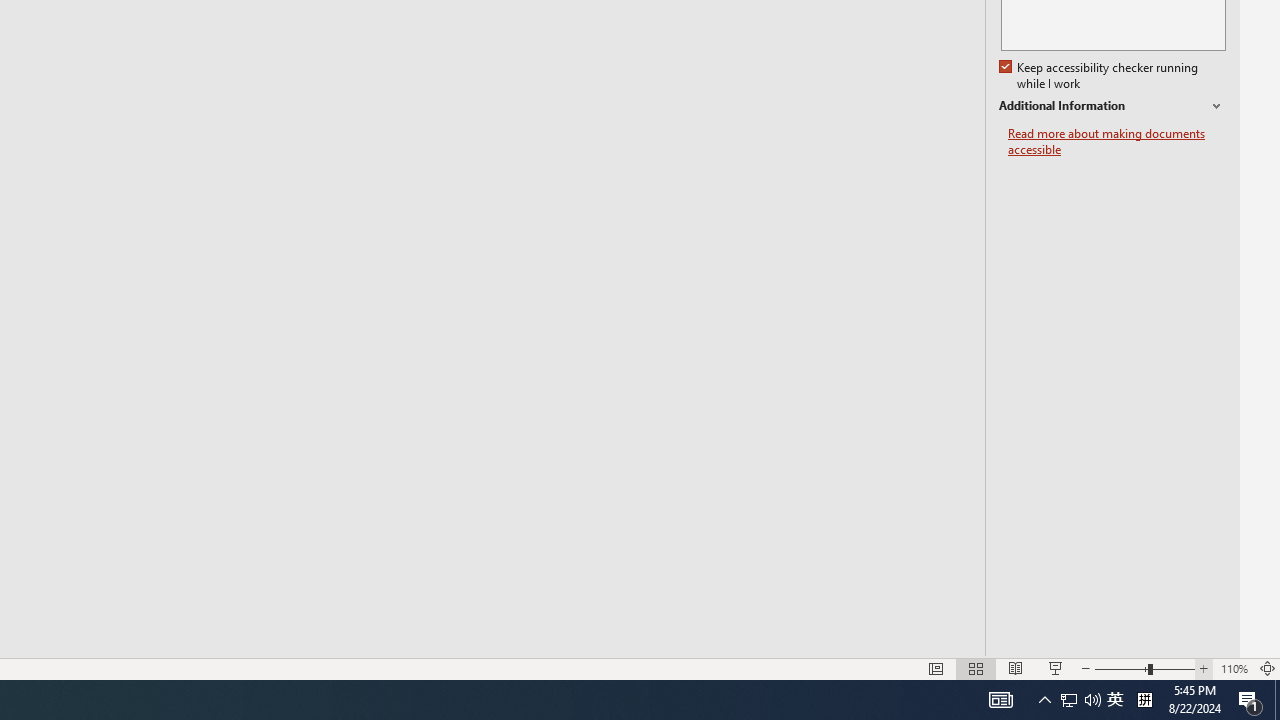 The width and height of the screenshot is (1280, 720). I want to click on 'Slide Show', so click(1055, 669).